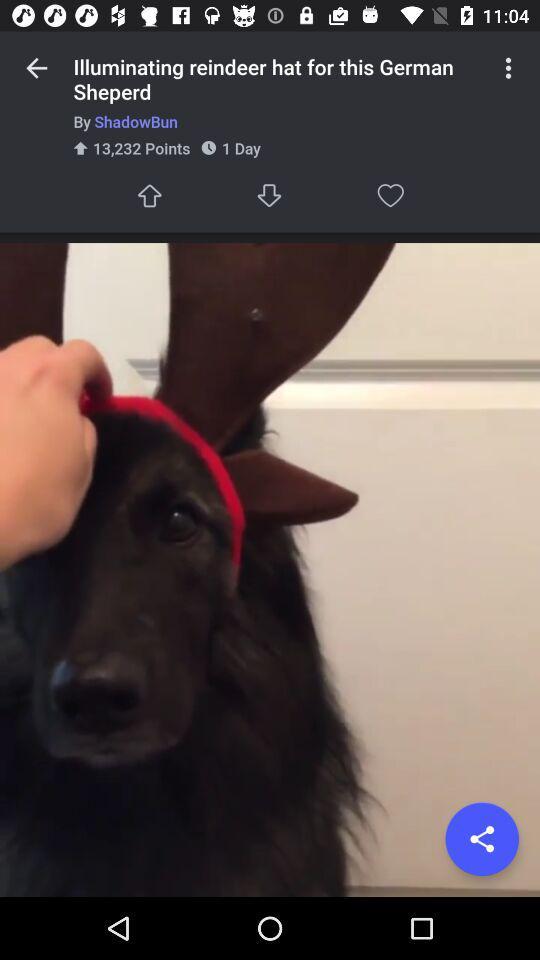 The width and height of the screenshot is (540, 960). I want to click on the icon to the left of the illuminating reindeer hat item, so click(36, 68).